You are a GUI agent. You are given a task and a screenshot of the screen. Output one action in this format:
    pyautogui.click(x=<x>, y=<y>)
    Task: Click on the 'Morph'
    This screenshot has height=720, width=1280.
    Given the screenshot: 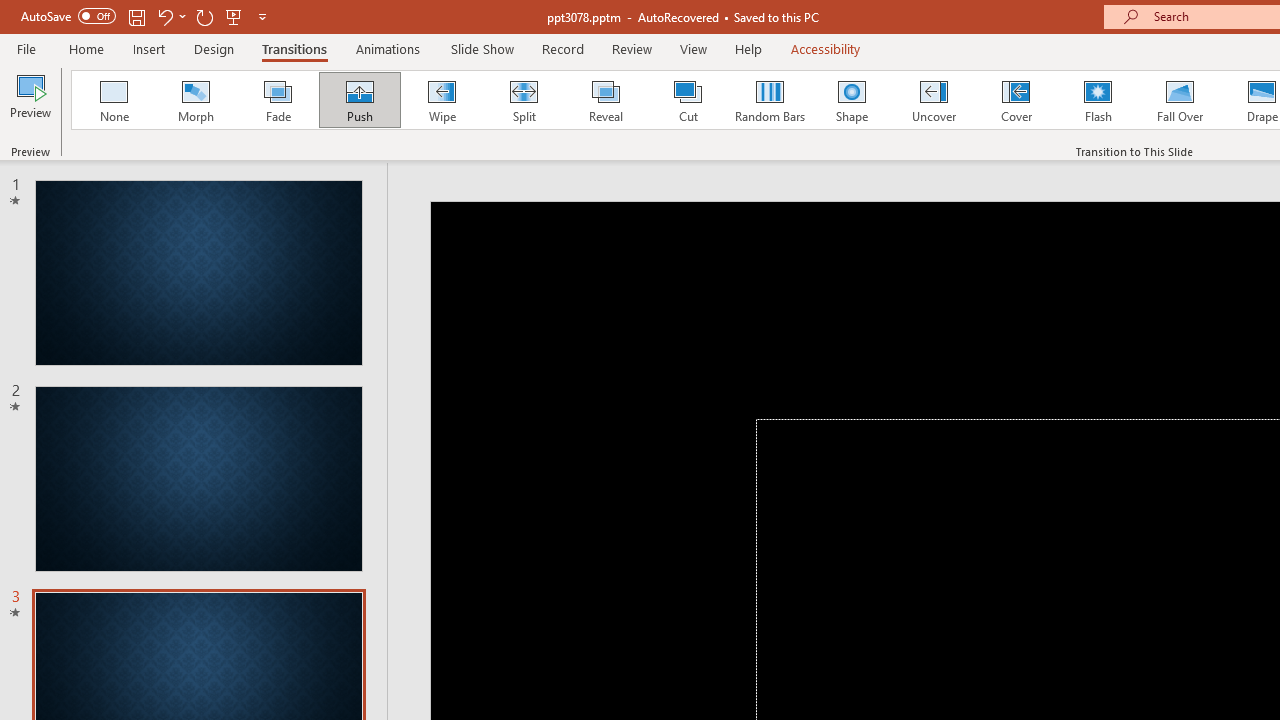 What is the action you would take?
    pyautogui.click(x=195, y=100)
    